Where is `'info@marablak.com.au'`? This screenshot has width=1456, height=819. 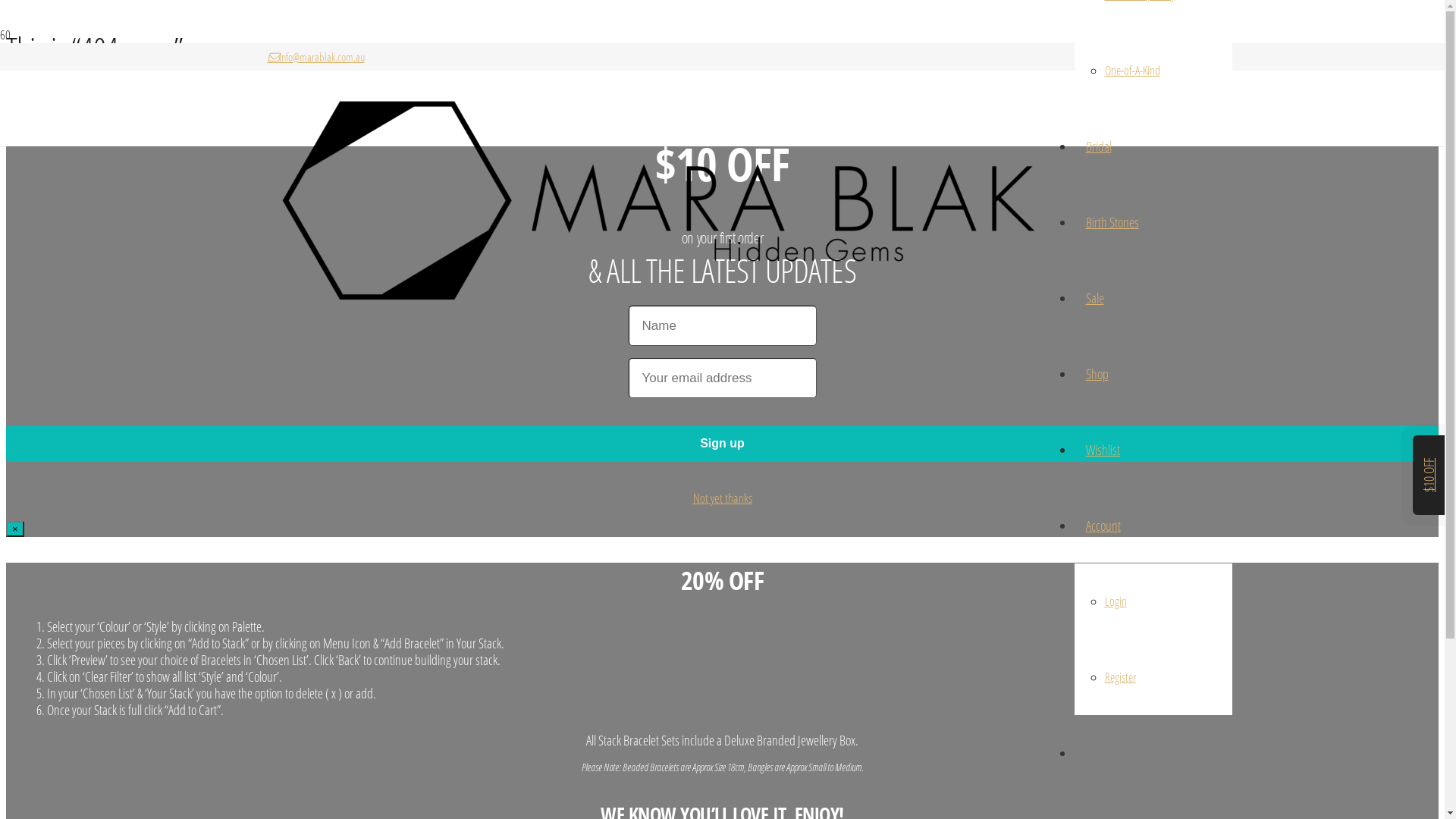
'info@marablak.com.au' is located at coordinates (266, 55).